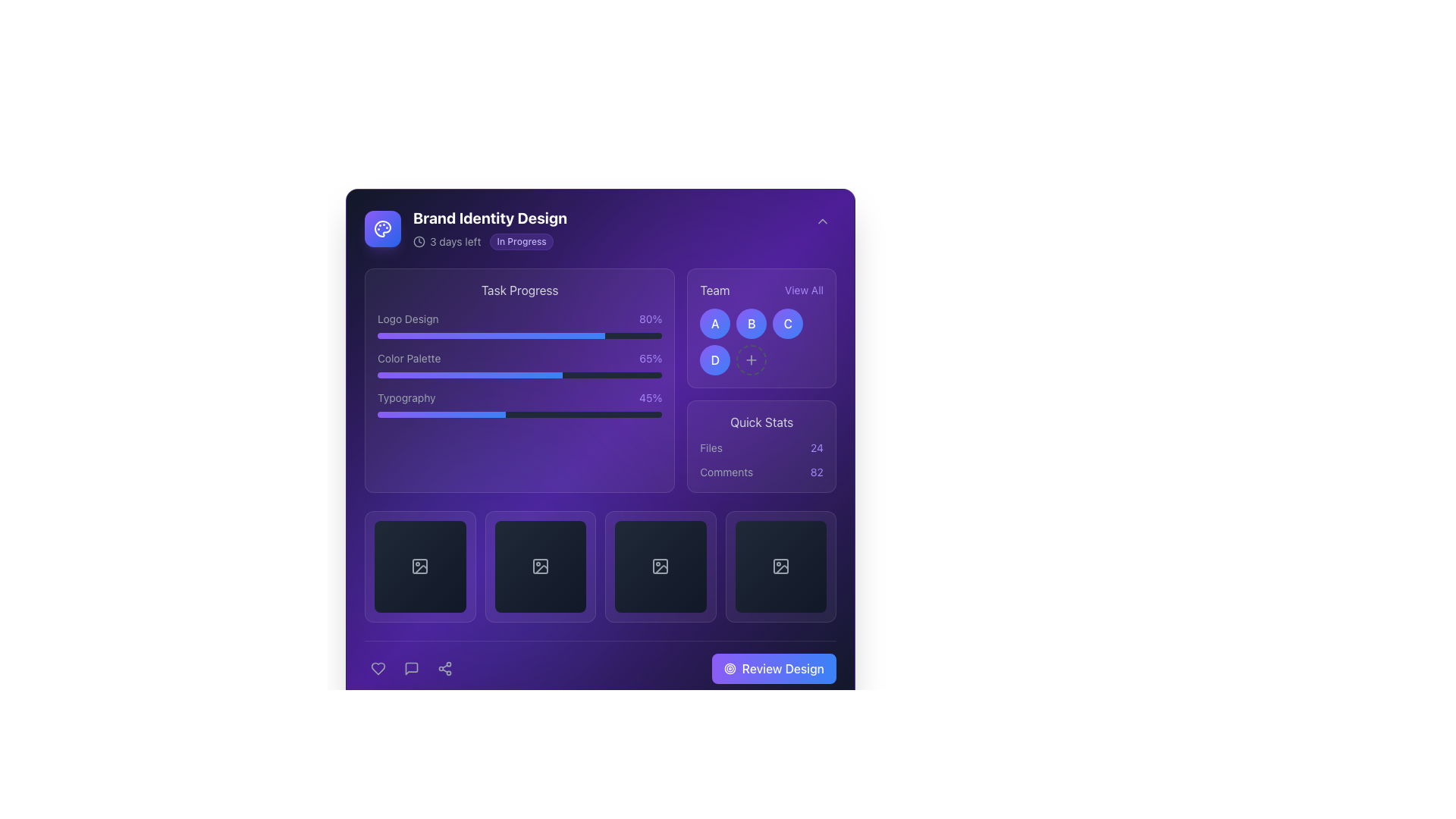 The width and height of the screenshot is (1456, 819). Describe the element at coordinates (651, 359) in the screenshot. I see `the text indicator '65%' styled in violet color, located to the right of the 'Color Palette' label in the 'Task Progress' section` at that location.